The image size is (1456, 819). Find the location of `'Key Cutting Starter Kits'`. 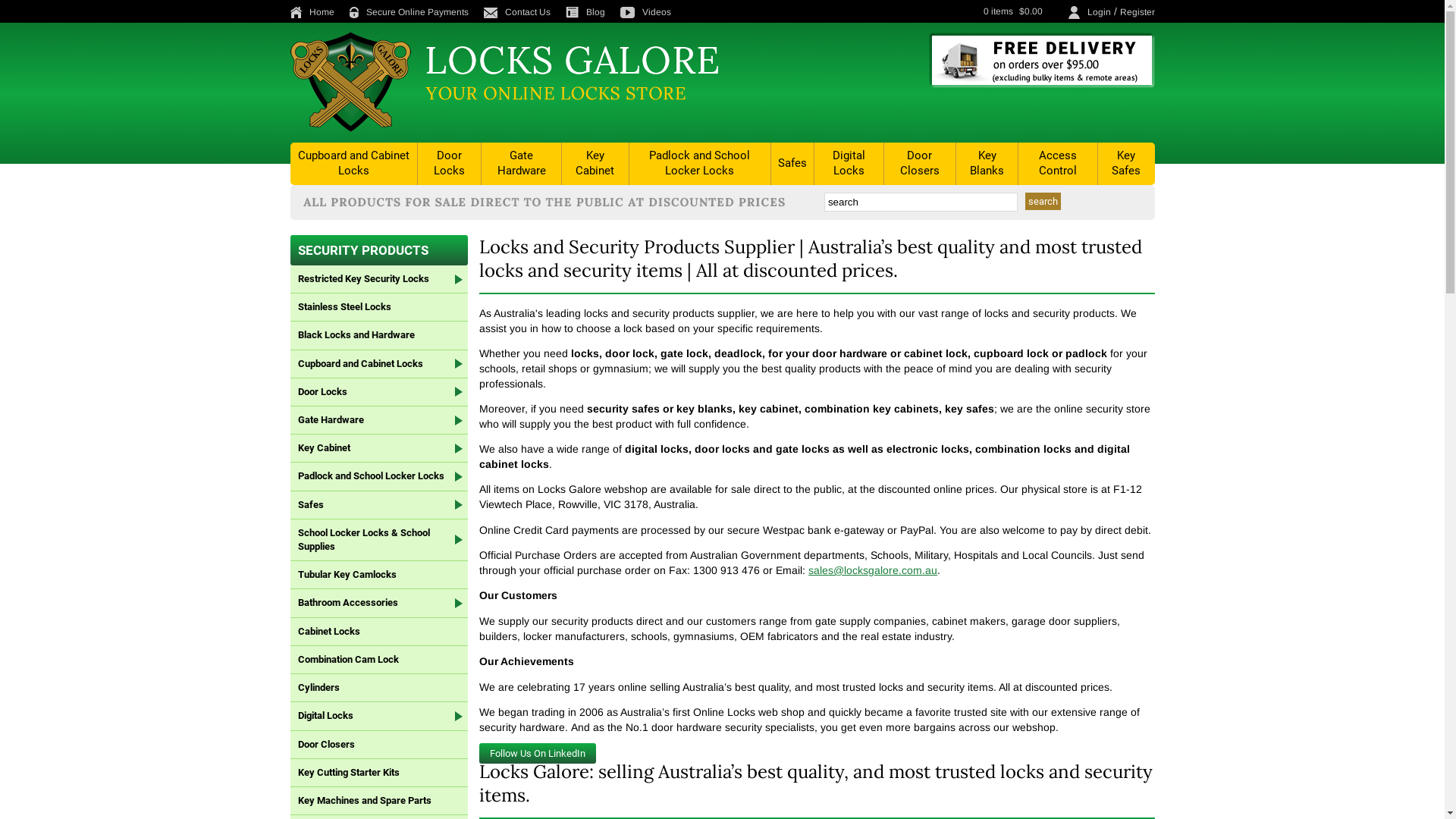

'Key Cutting Starter Kits' is located at coordinates (290, 773).